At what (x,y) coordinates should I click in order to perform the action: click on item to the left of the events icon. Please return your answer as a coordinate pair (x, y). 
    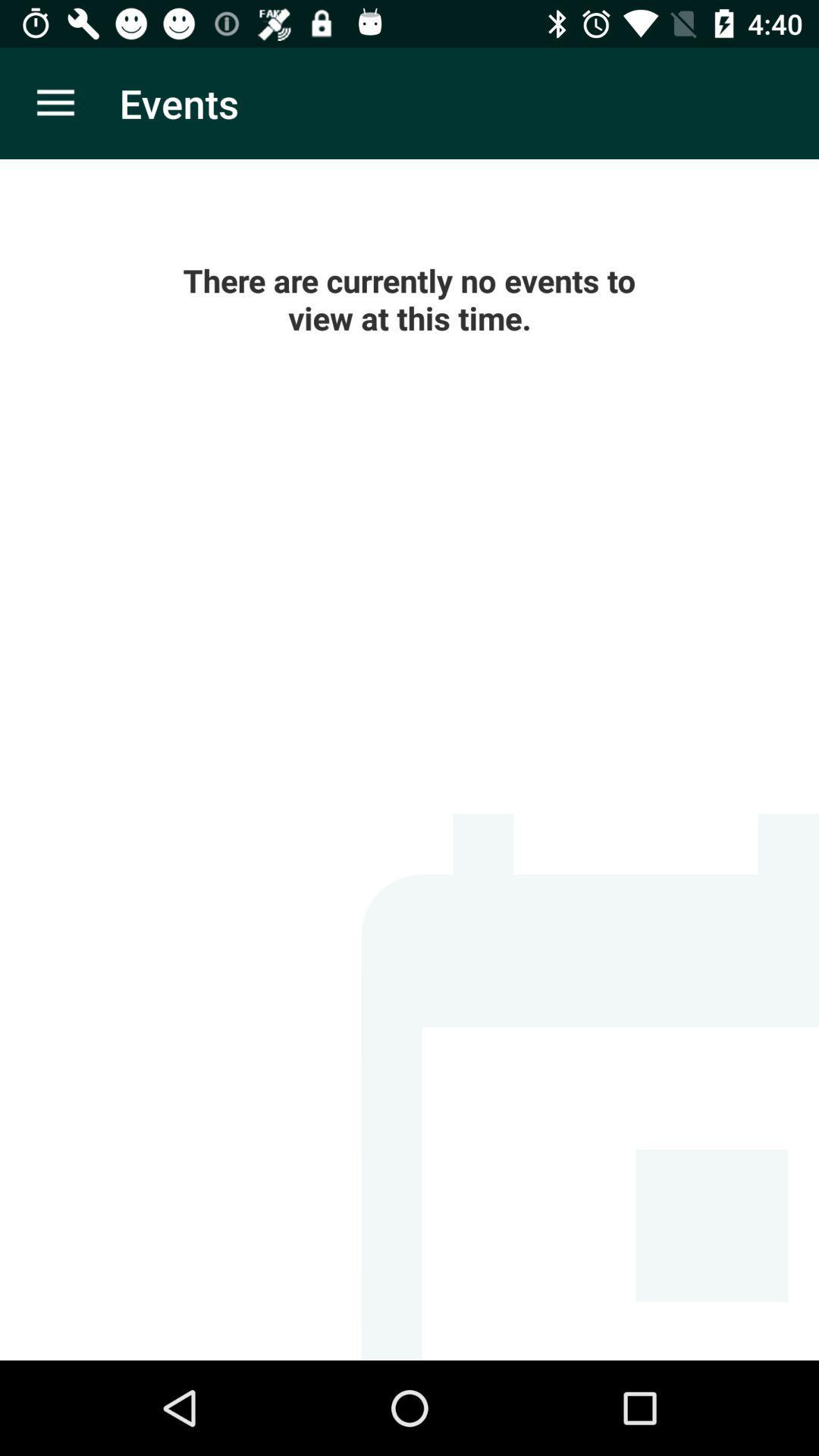
    Looking at the image, I should click on (55, 102).